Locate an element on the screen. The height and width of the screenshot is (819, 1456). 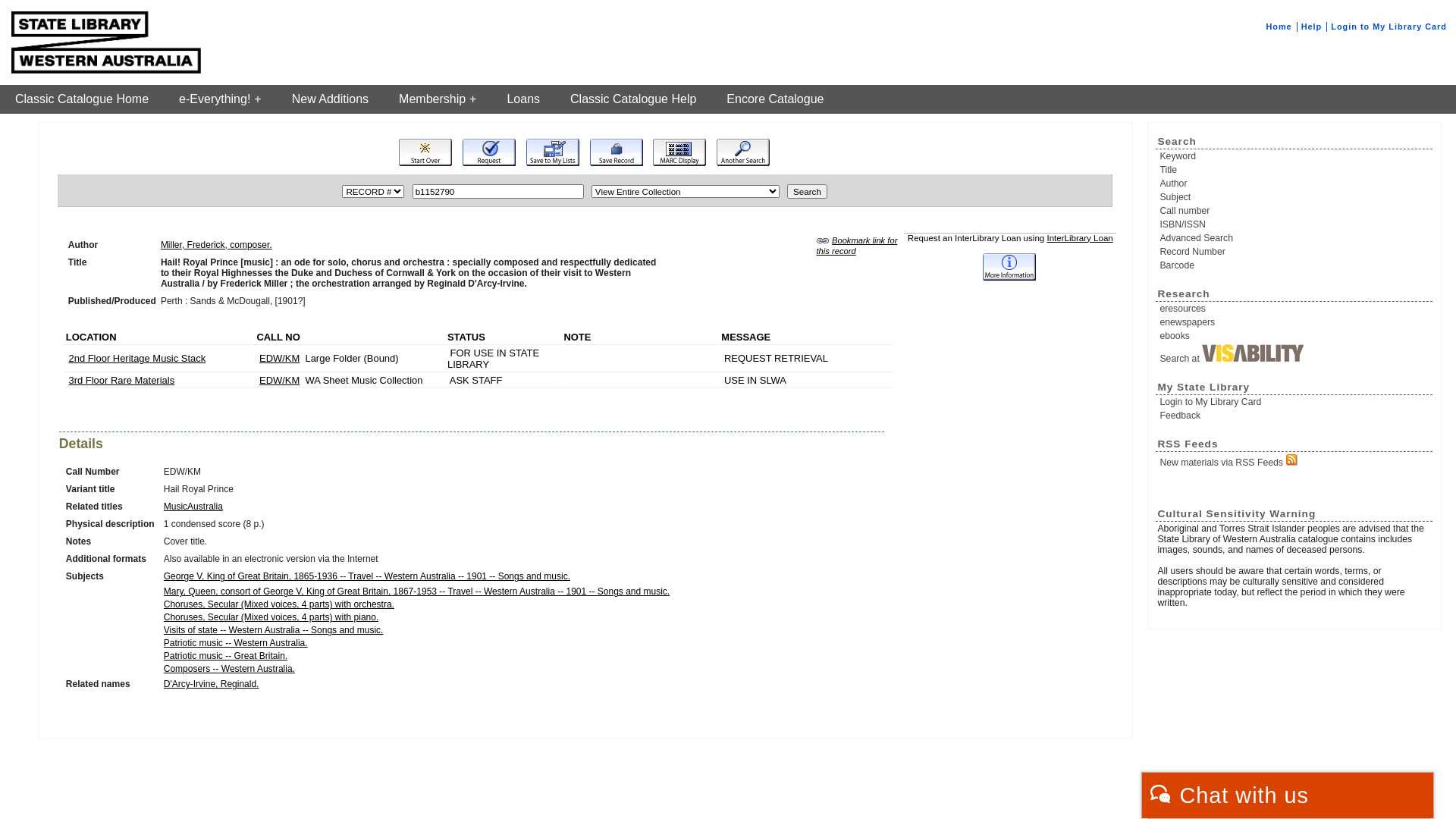
'Search at' is located at coordinates (1294, 353).